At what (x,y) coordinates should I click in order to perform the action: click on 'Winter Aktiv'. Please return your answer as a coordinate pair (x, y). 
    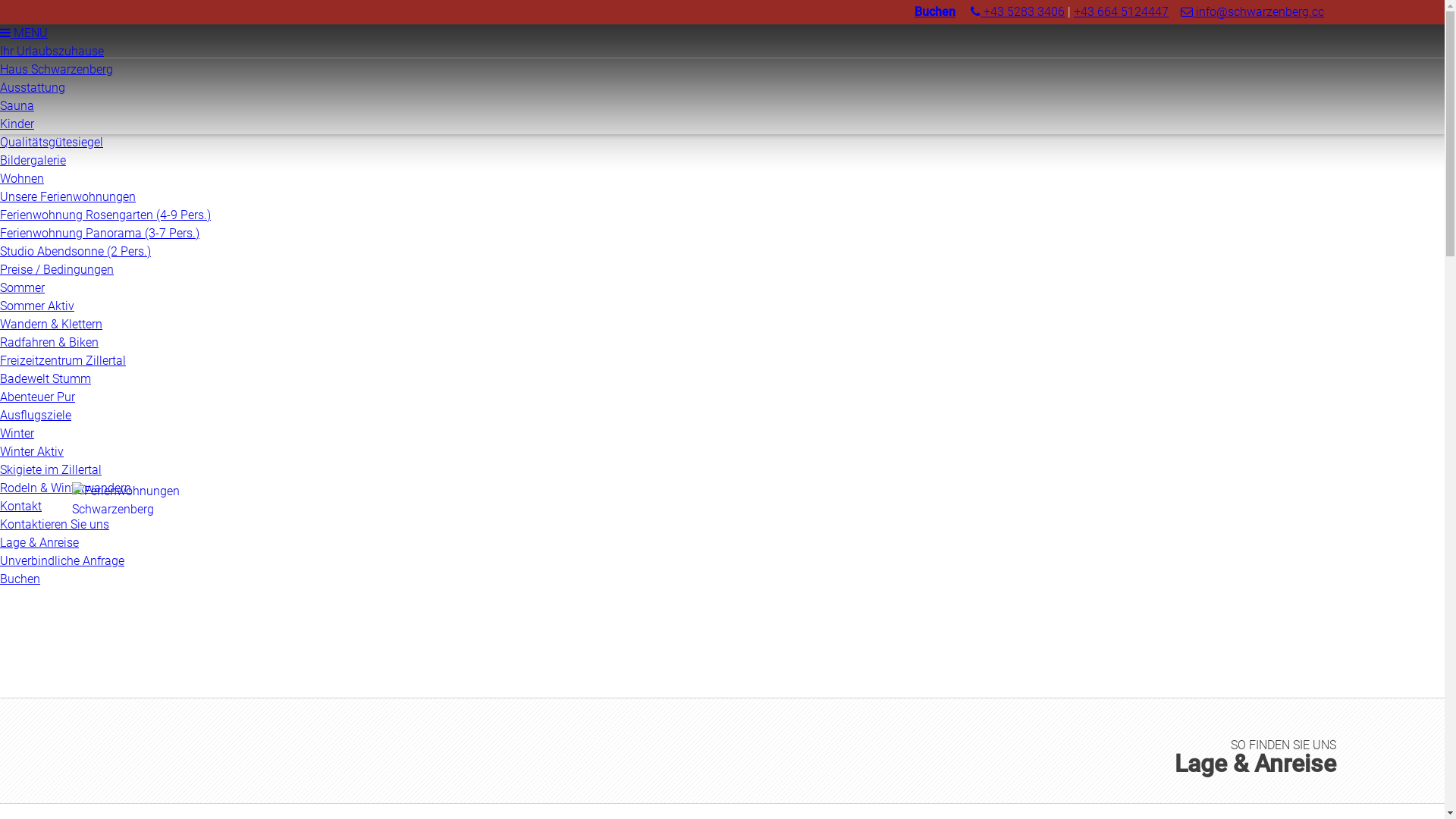
    Looking at the image, I should click on (32, 450).